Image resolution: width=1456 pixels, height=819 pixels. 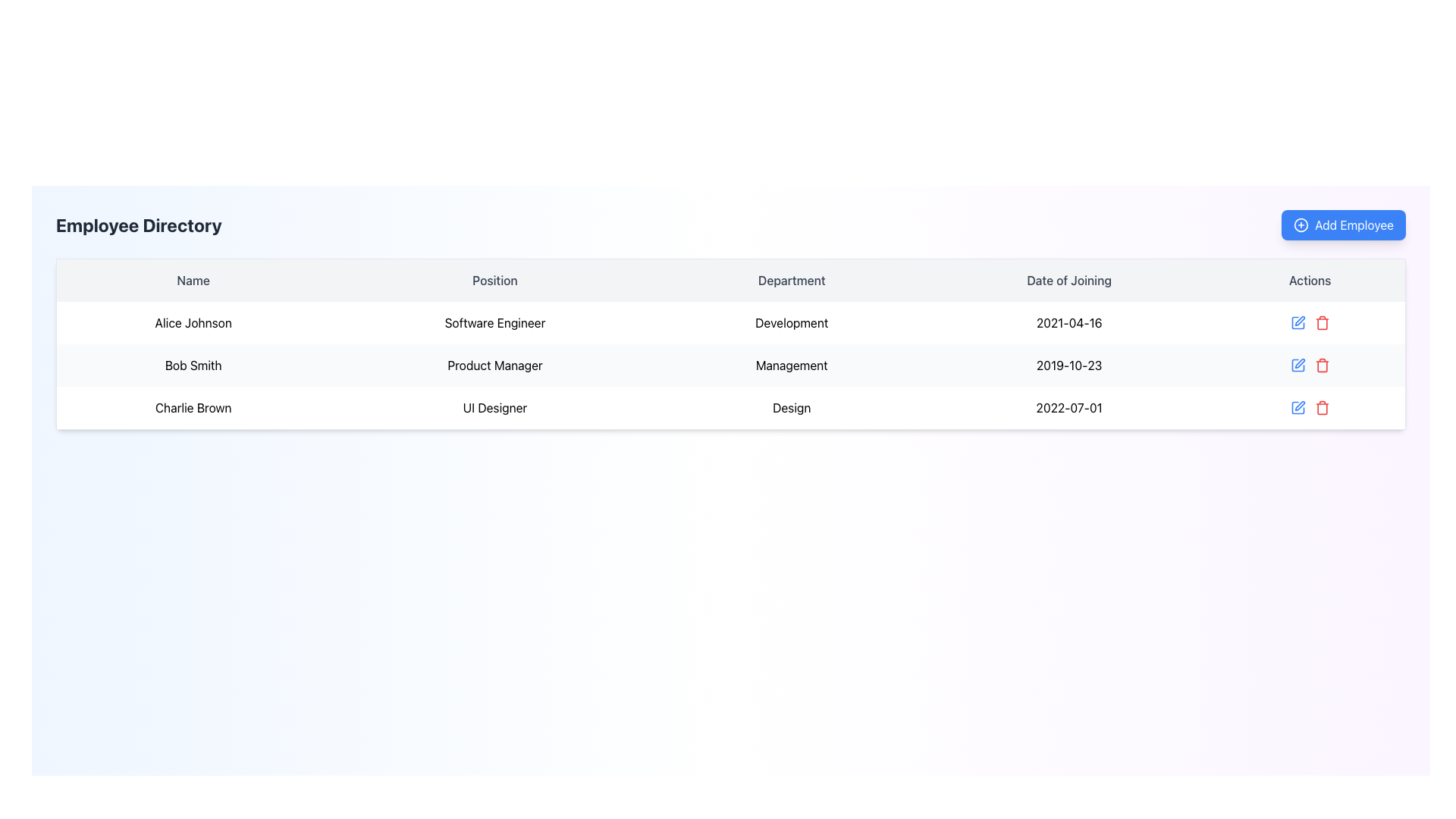 What do you see at coordinates (1068, 366) in the screenshot?
I see `the static text displaying the date of joining for an employee, located in the fourth column of the second row in the employee details table` at bounding box center [1068, 366].